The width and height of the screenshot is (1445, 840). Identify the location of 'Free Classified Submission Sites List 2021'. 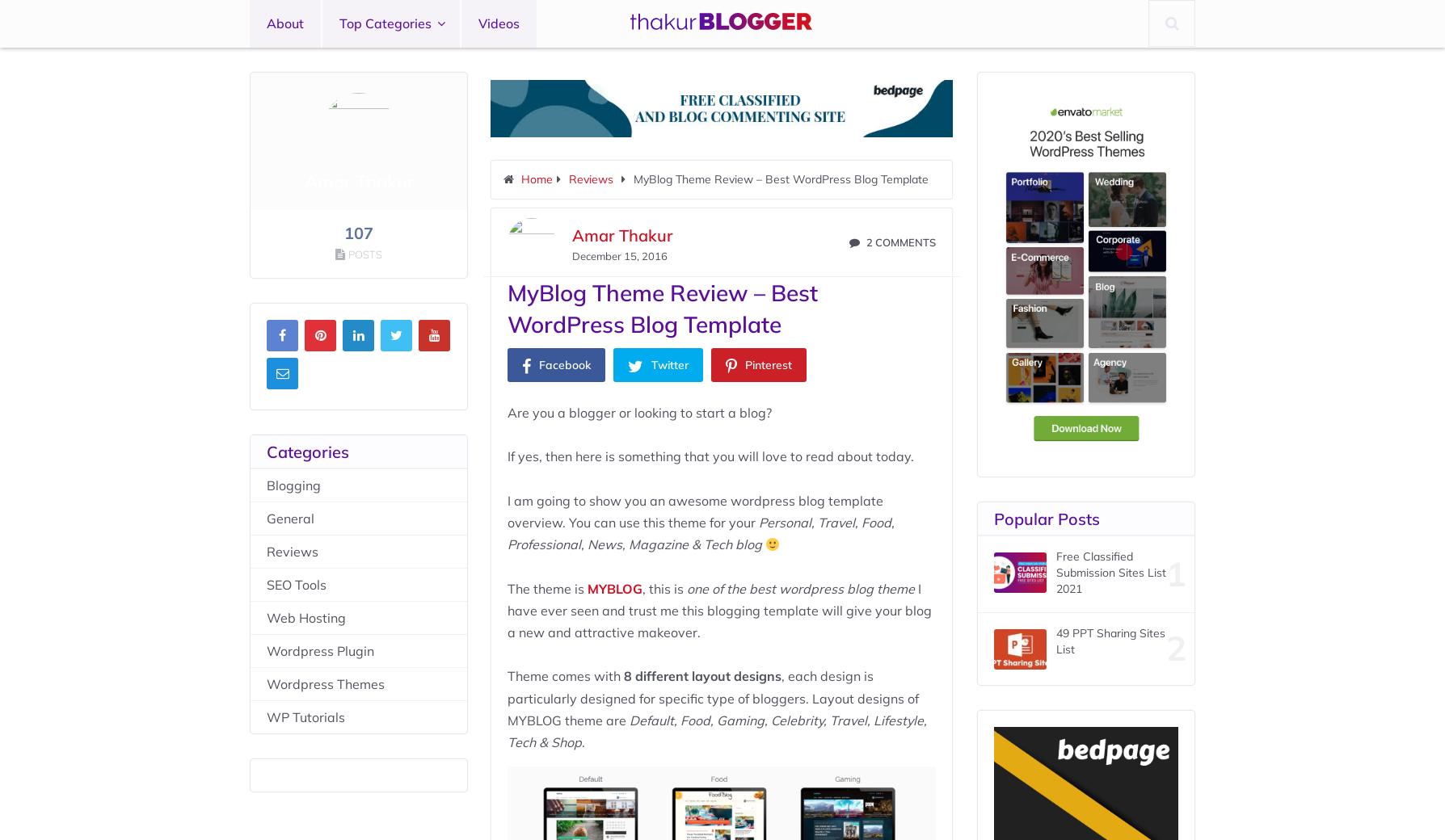
(1110, 572).